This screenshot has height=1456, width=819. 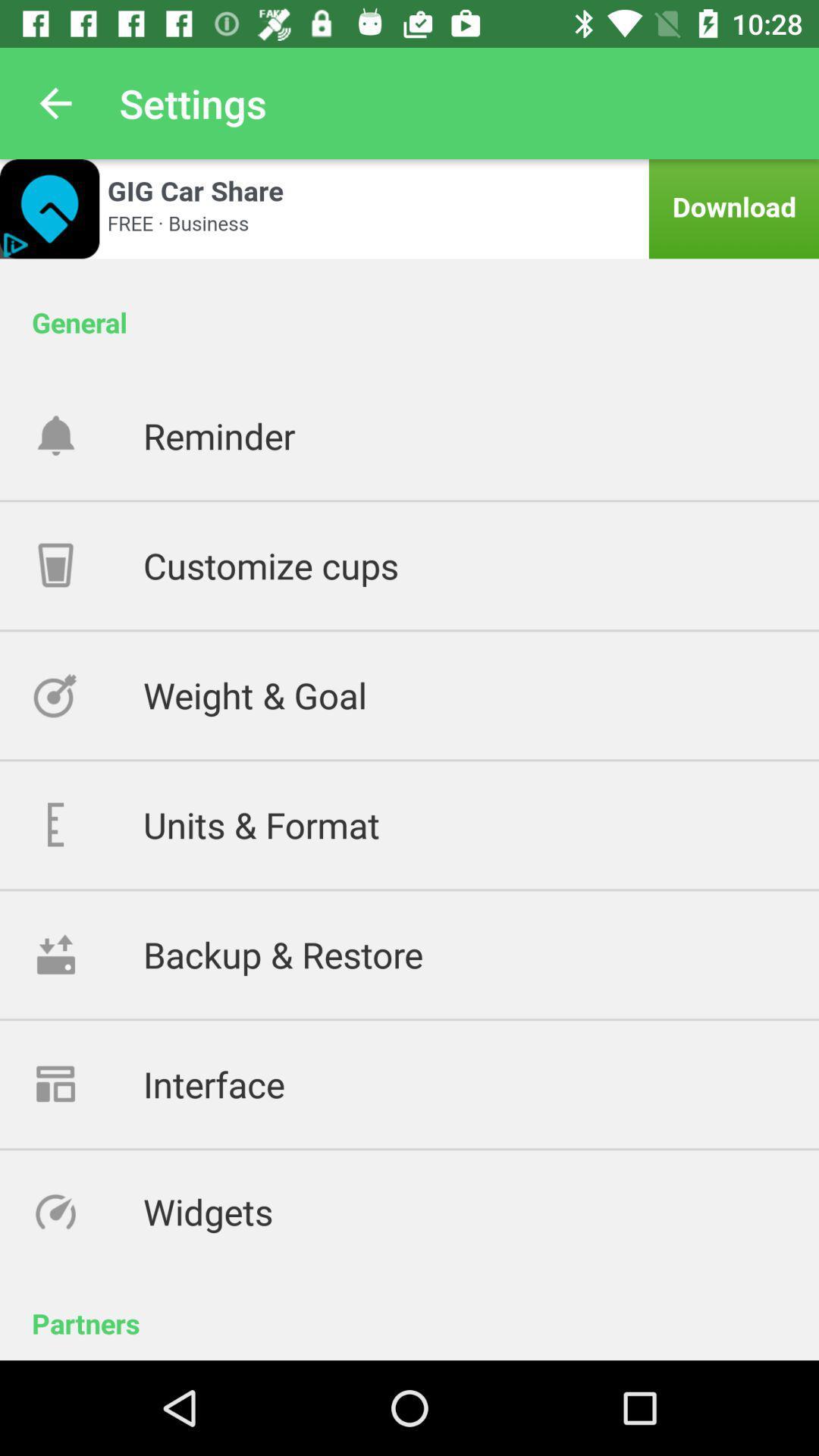 What do you see at coordinates (87, 953) in the screenshot?
I see `the fifth icon from the top` at bounding box center [87, 953].